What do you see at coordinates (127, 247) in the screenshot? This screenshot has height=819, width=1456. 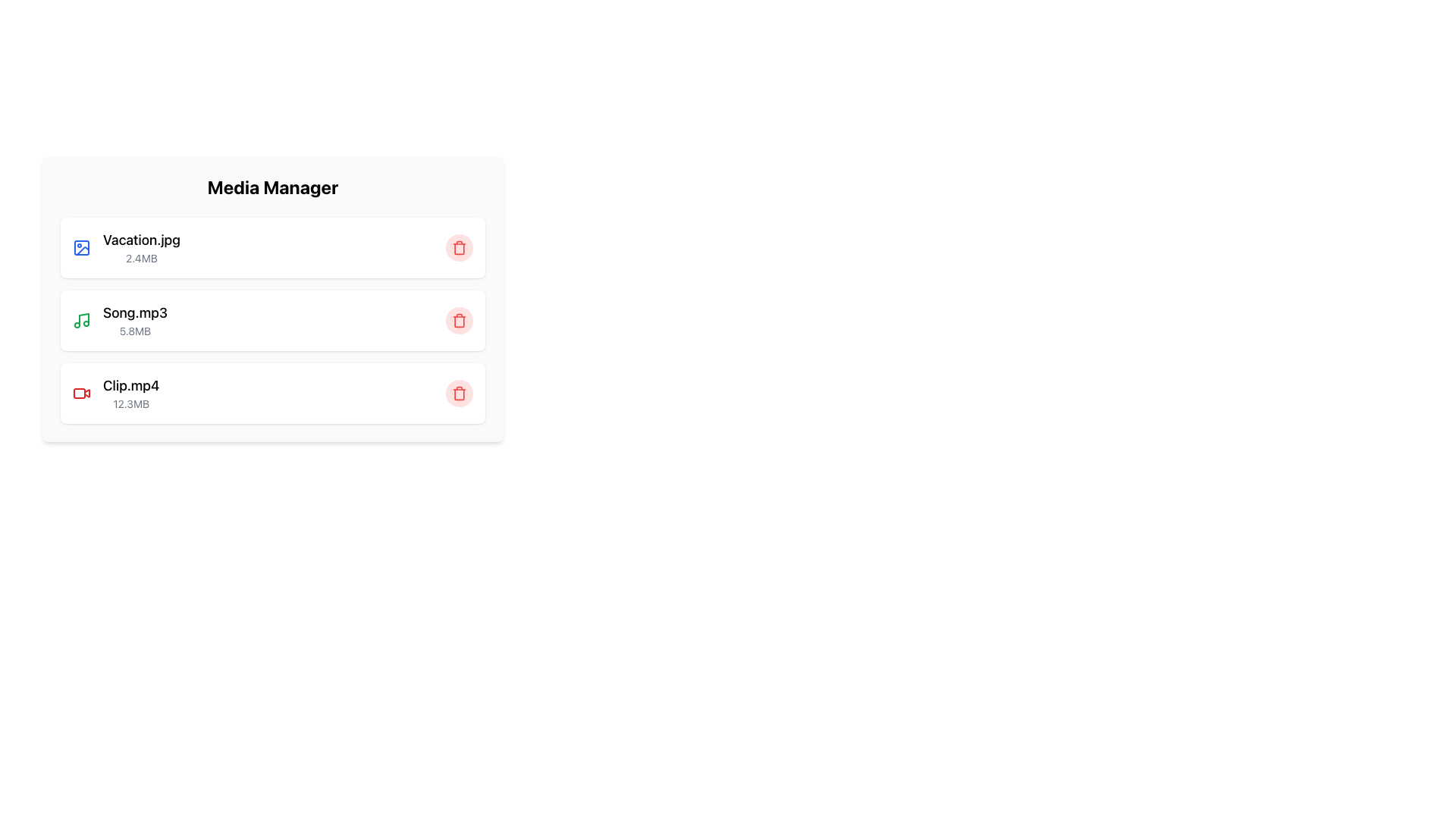 I see `to select the file item labeled 'Vacation.jpg' in the Media Manager interface, which is represented by a blue image icon and displays the file size '2.4MB'` at bounding box center [127, 247].